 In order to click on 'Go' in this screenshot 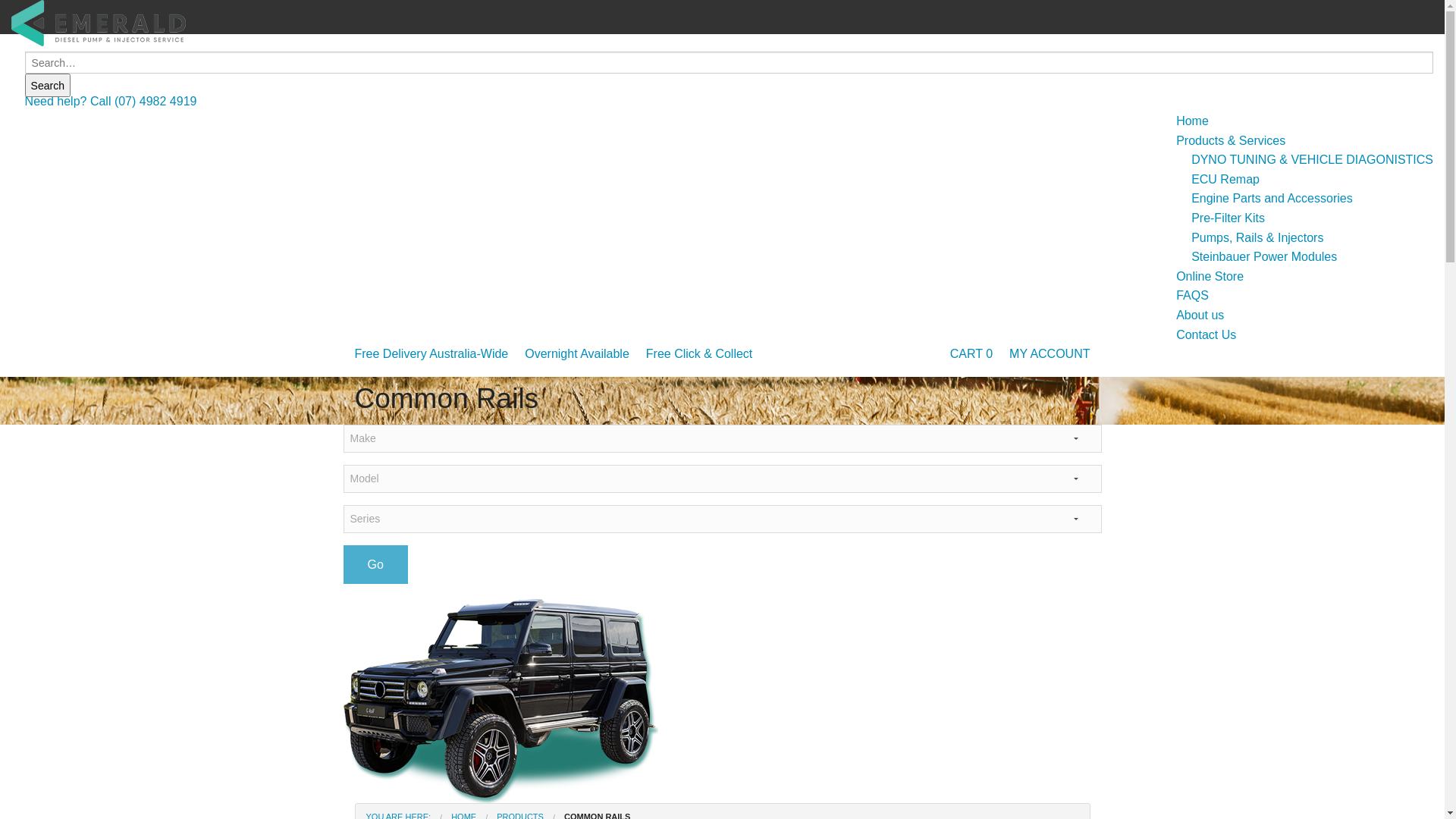, I will do `click(375, 564)`.